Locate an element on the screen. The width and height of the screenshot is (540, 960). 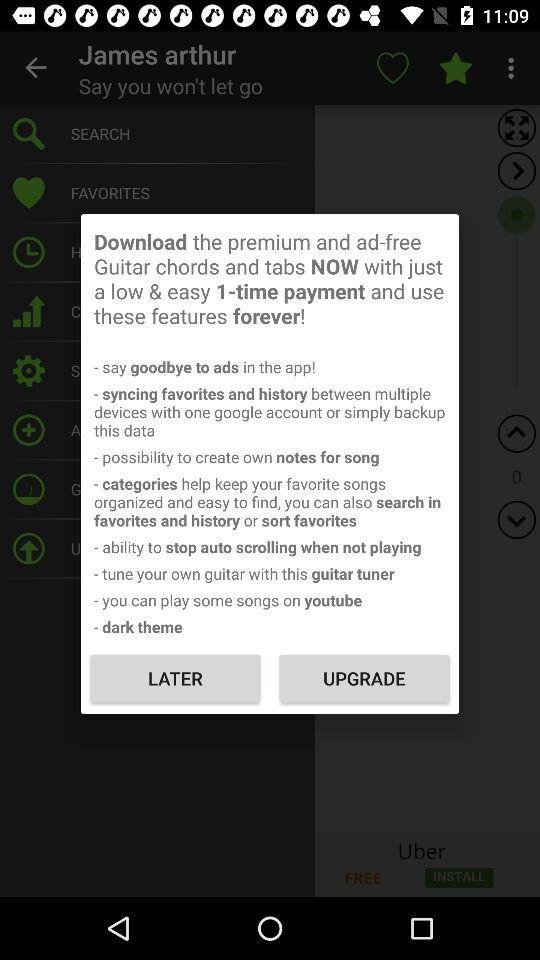
the icon to the left of the upgrade item is located at coordinates (175, 678).